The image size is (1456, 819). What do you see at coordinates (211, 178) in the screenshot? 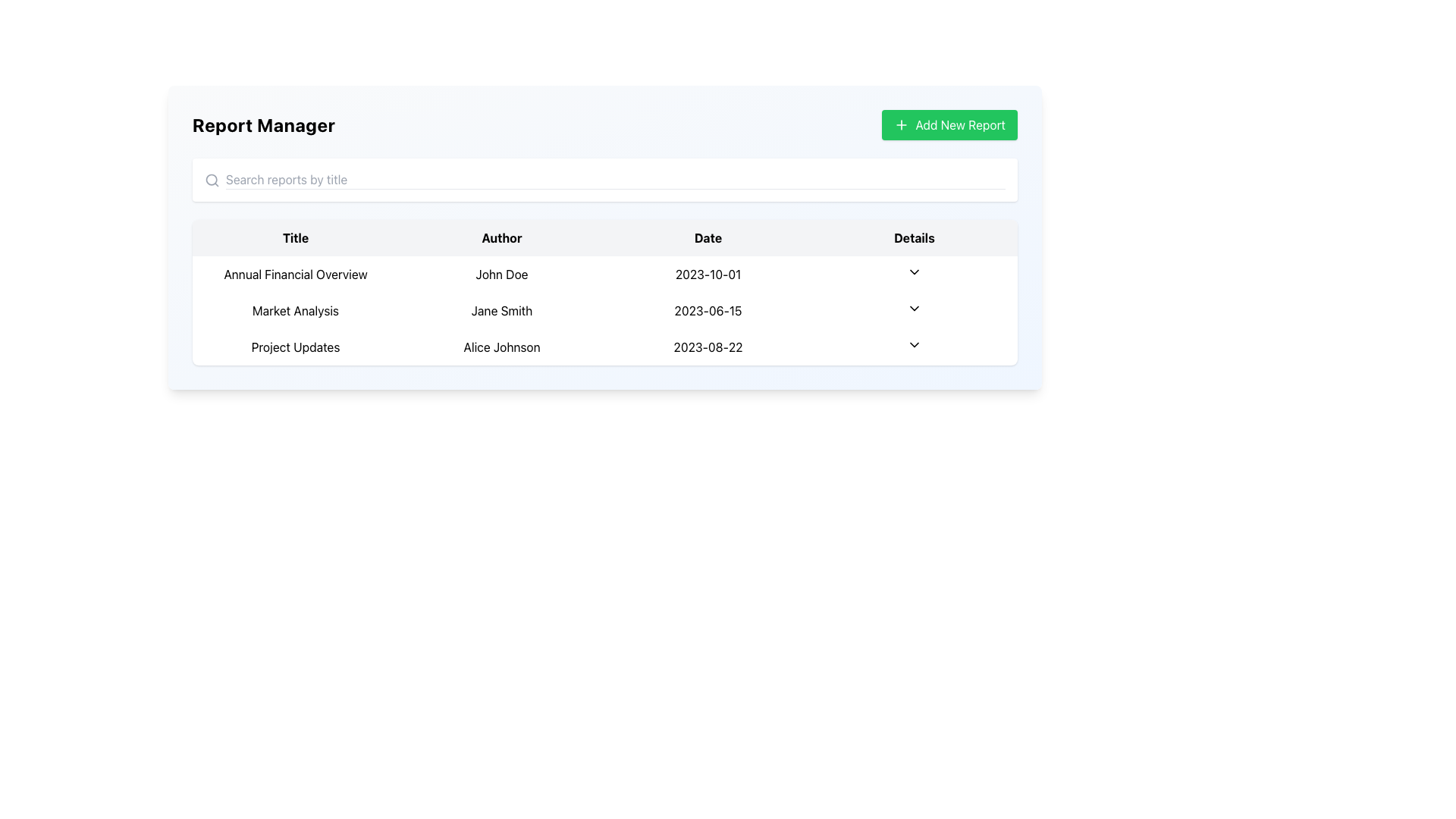
I see `the inner circle of the magnifying glass icon, which represents the search functionality, located left of the 'Search reports by title' input box` at bounding box center [211, 178].